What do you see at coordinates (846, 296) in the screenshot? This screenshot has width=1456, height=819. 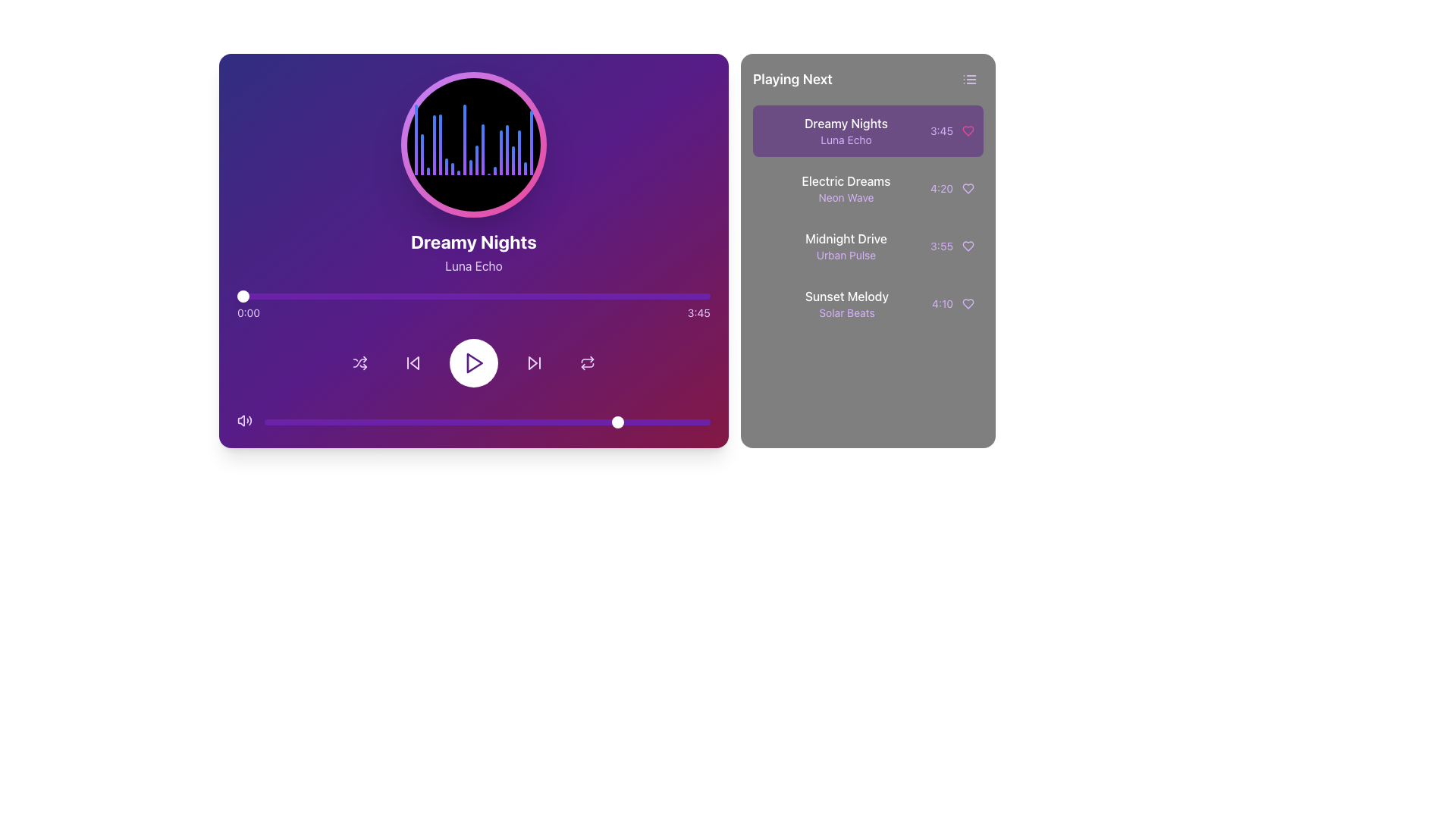 I see `the text label displaying the name of a song in the Playing Next section` at bounding box center [846, 296].